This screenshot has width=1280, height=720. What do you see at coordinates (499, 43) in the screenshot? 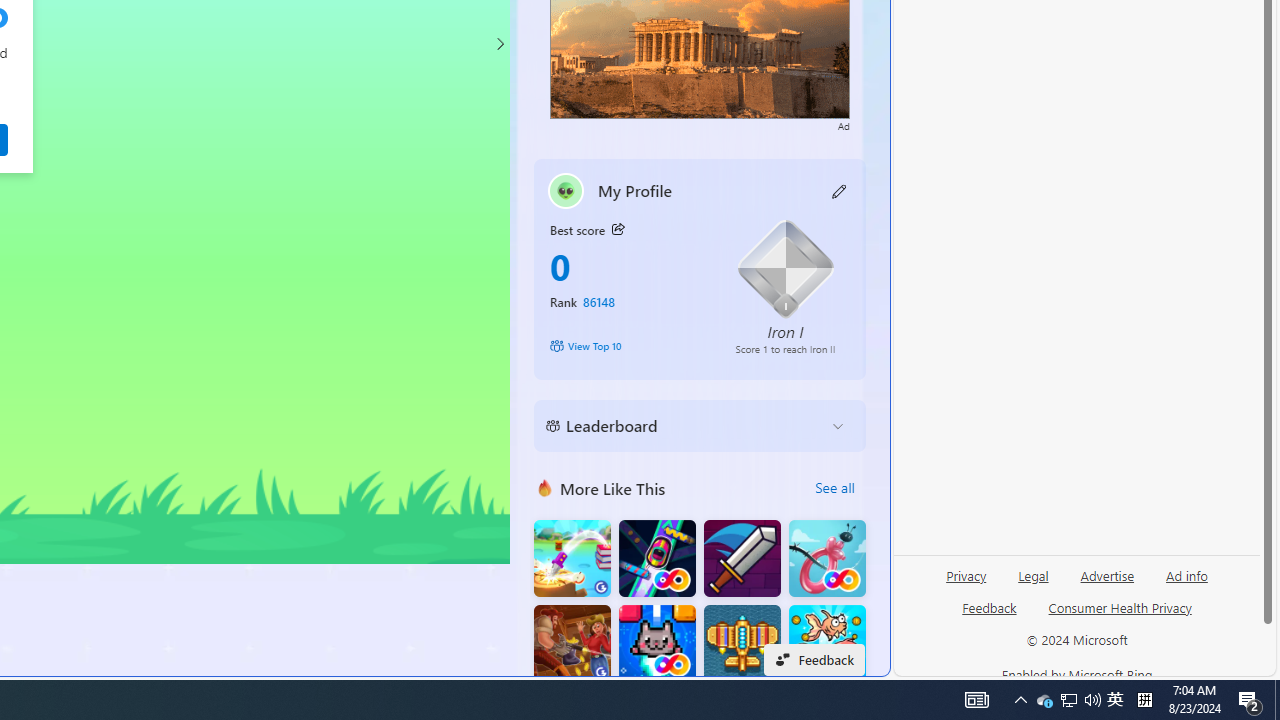
I see `'Class: control'` at bounding box center [499, 43].